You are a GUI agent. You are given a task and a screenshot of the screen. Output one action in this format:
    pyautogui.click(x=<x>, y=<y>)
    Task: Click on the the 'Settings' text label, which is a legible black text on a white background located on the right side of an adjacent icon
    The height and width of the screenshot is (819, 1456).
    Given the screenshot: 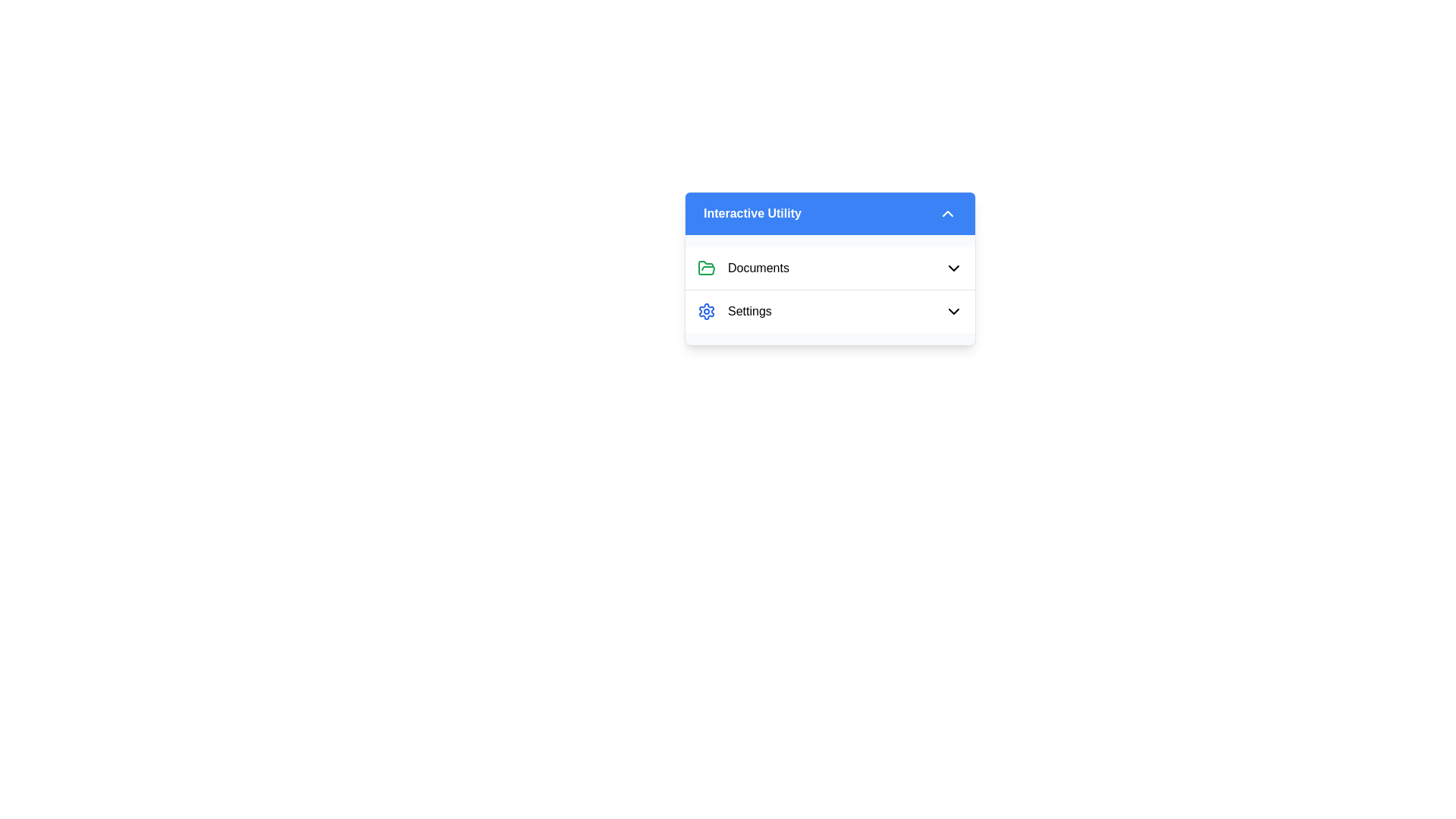 What is the action you would take?
    pyautogui.click(x=749, y=311)
    